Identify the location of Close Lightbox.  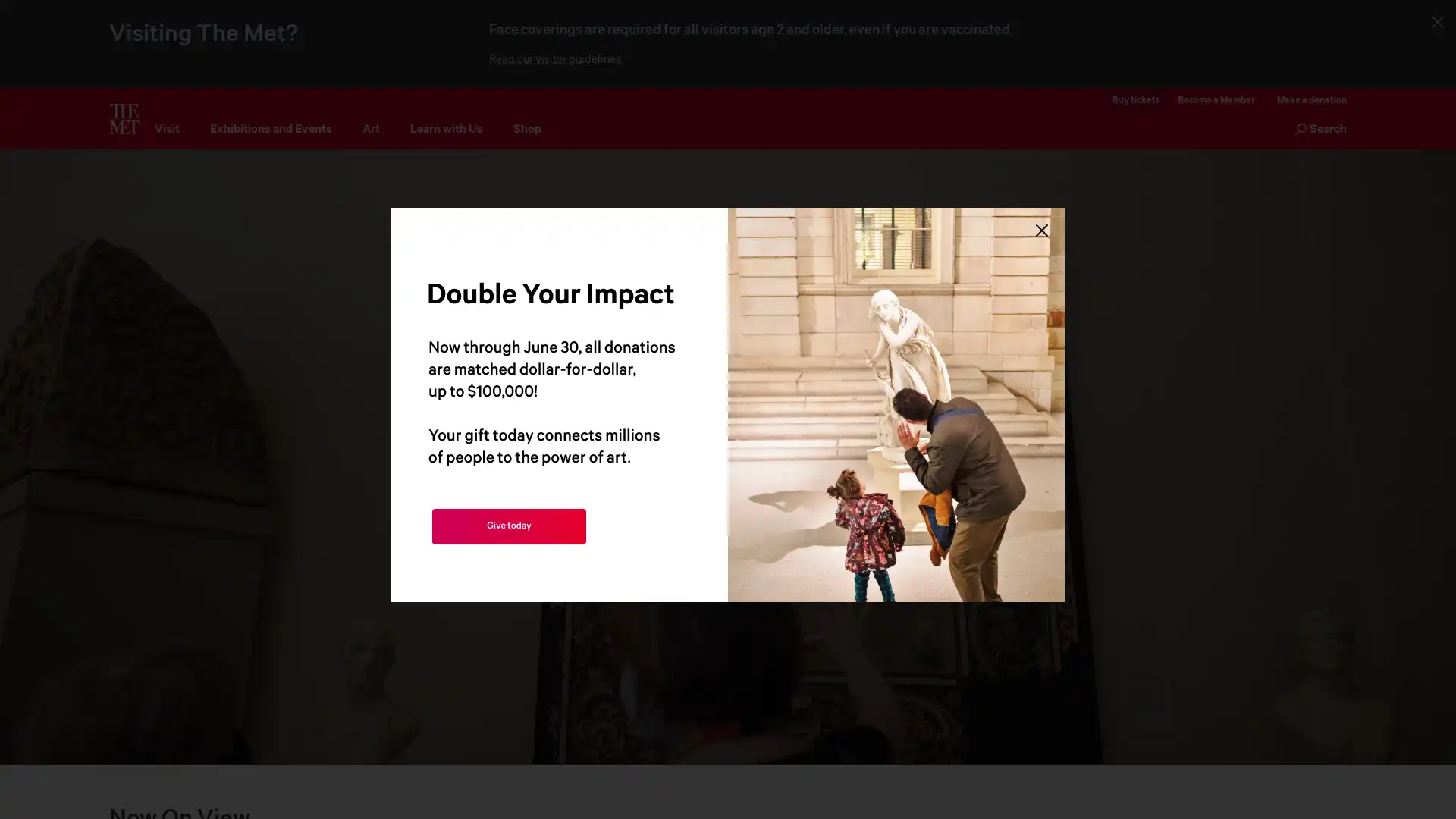
(1040, 231).